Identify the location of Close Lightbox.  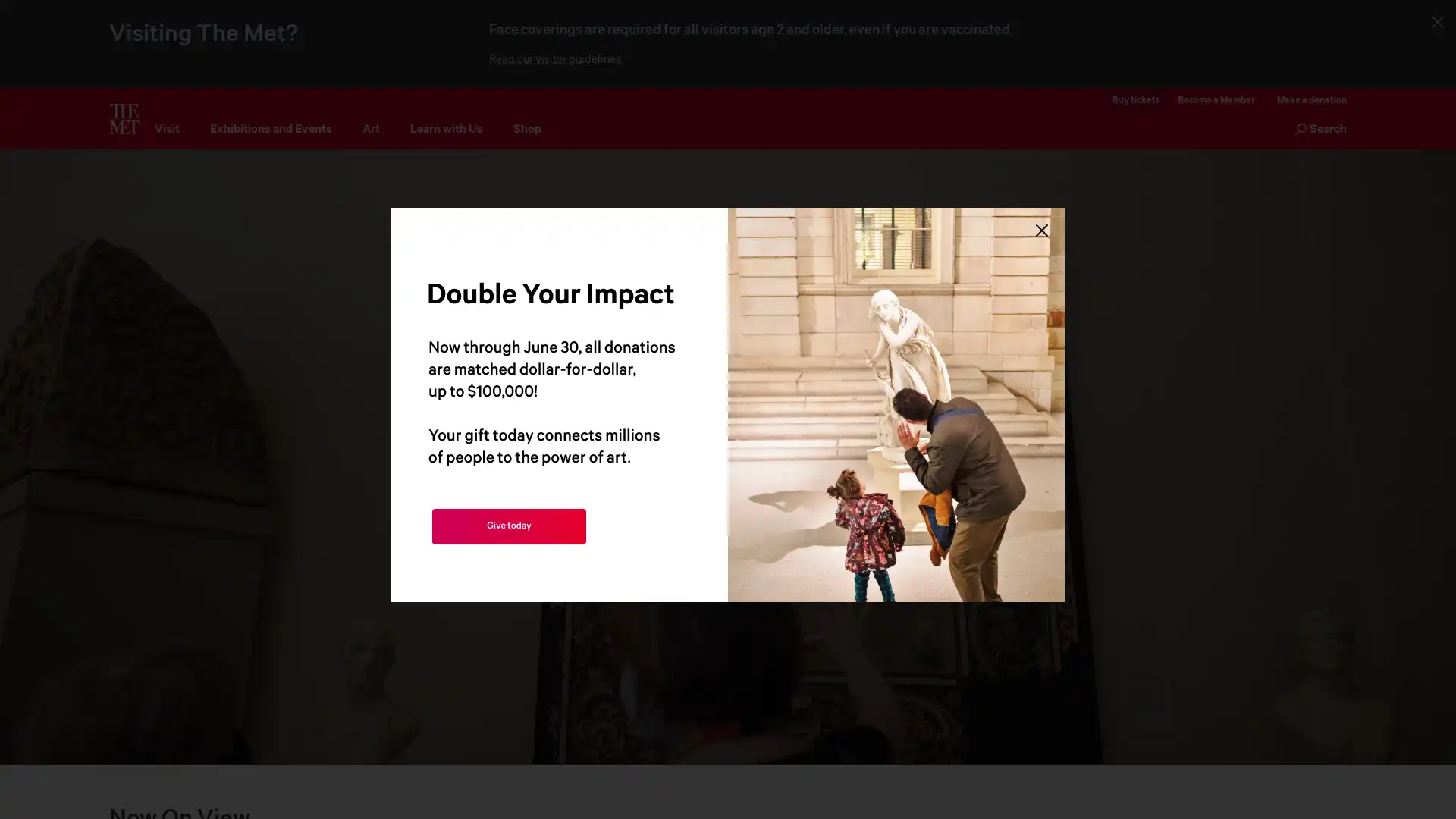
(1040, 231).